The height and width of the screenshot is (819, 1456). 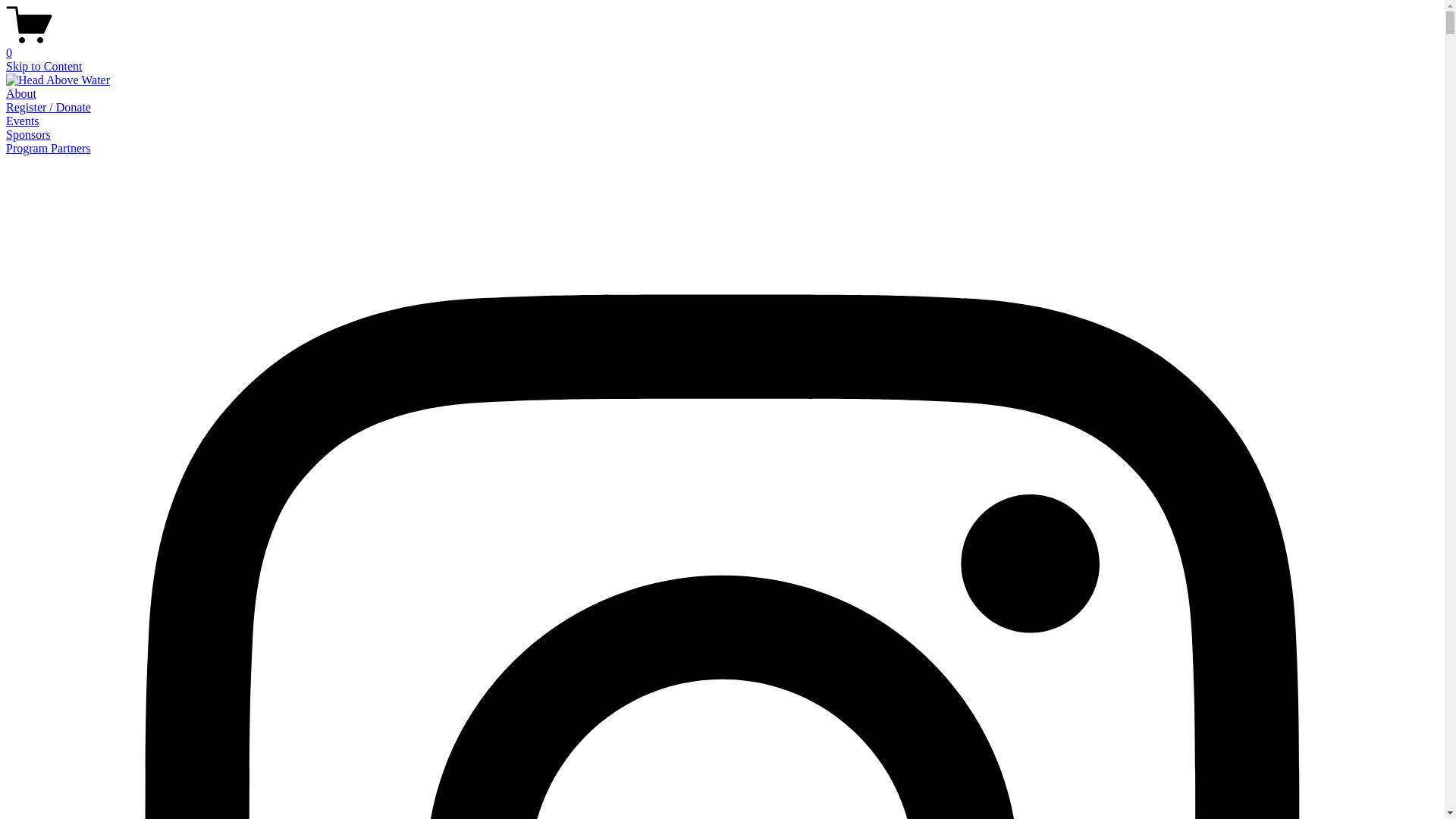 I want to click on 'Program Partners', so click(x=48, y=148).